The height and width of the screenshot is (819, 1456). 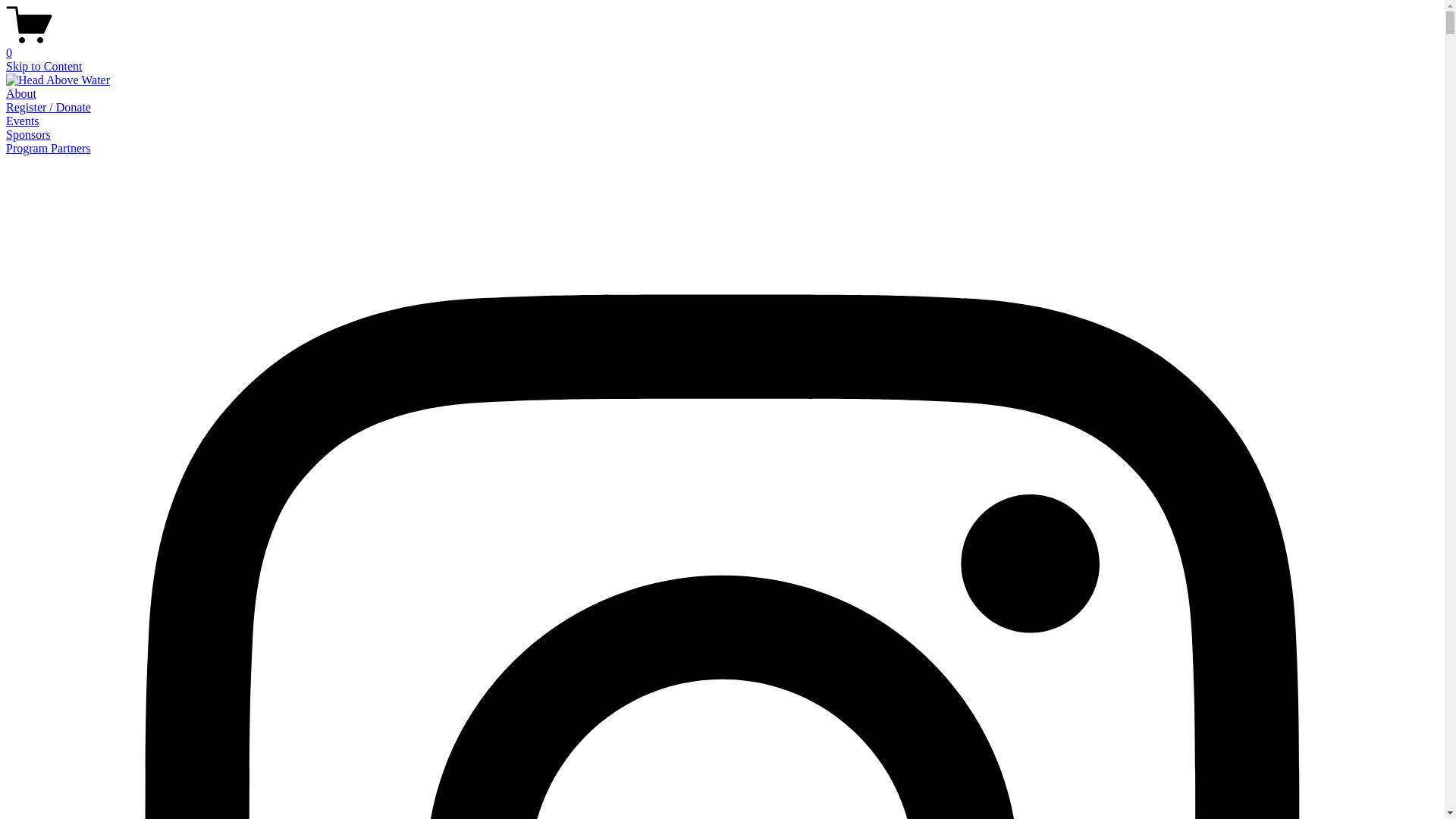 I want to click on 'Program Partners', so click(x=48, y=148).